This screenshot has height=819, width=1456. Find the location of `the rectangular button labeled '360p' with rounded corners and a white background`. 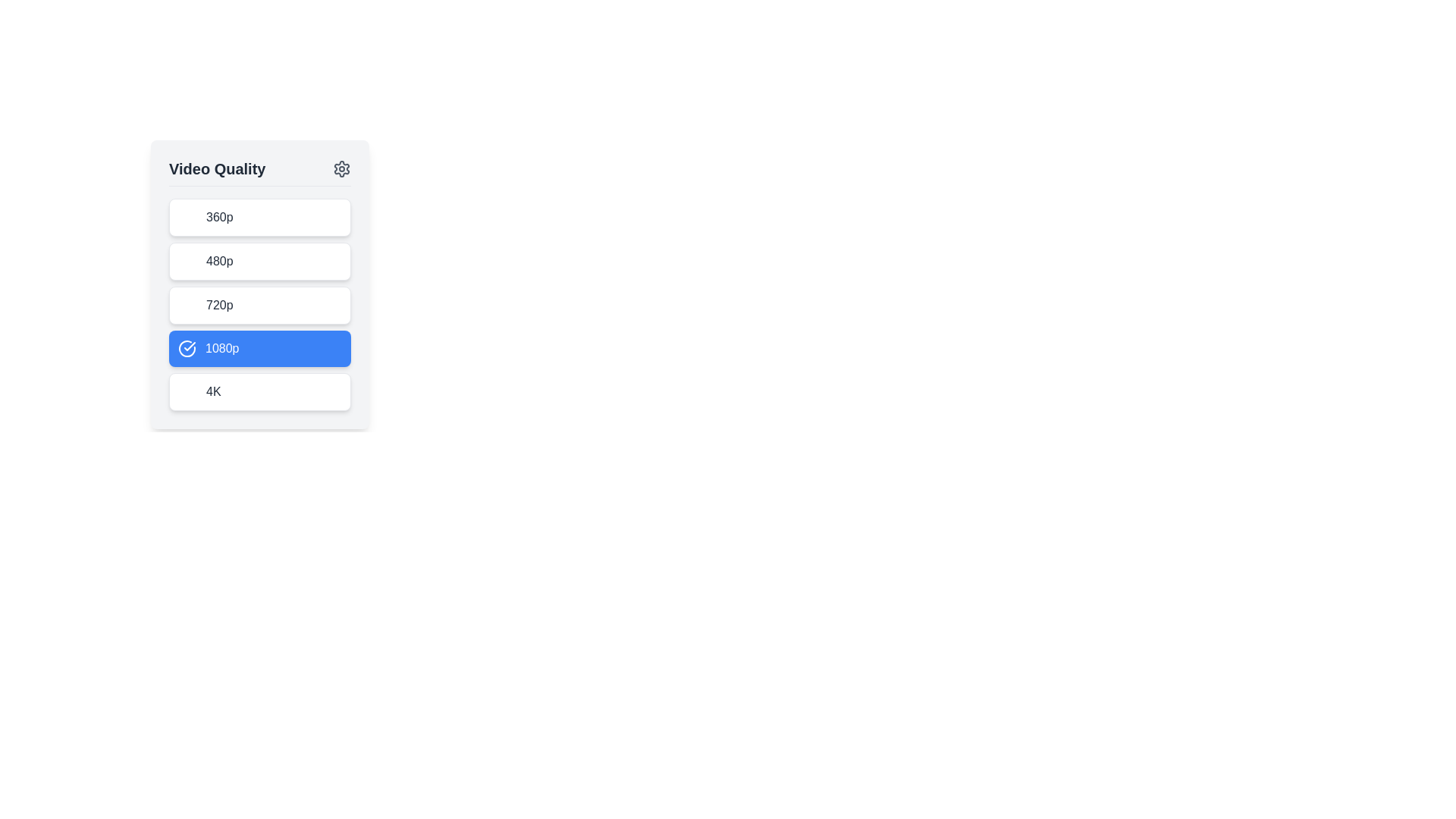

the rectangular button labeled '360p' with rounded corners and a white background is located at coordinates (259, 217).